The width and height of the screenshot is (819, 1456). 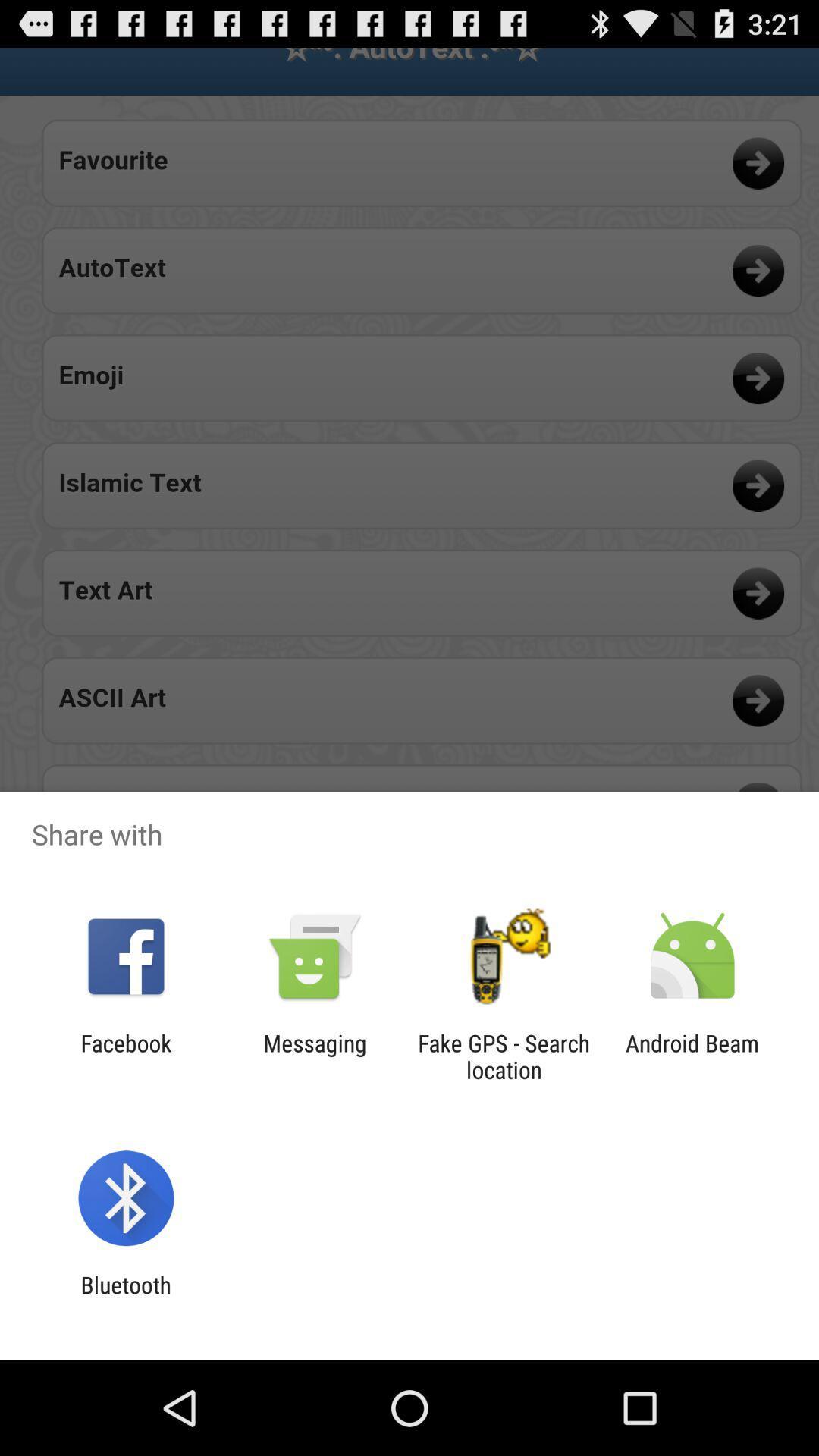 I want to click on the app to the left of fake gps search item, so click(x=314, y=1056).